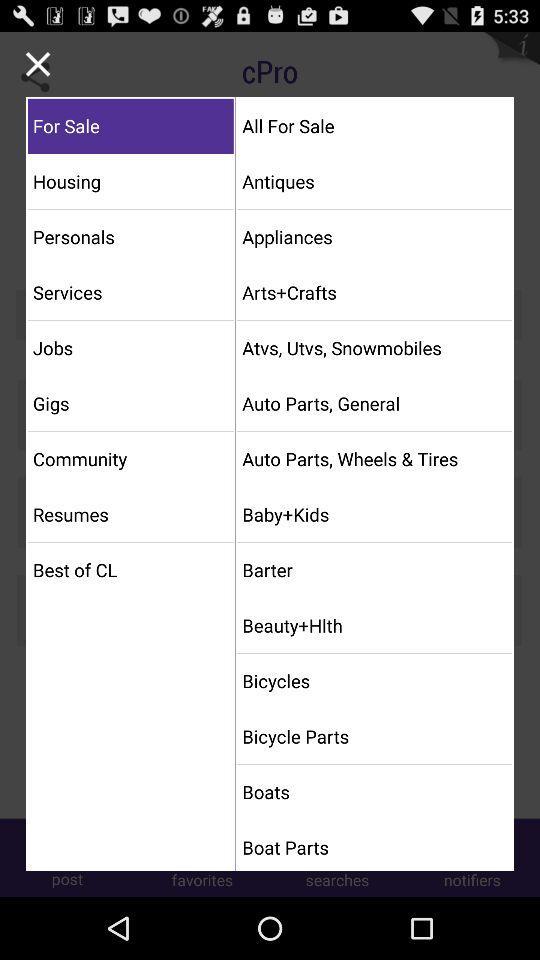 The width and height of the screenshot is (540, 960). What do you see at coordinates (374, 846) in the screenshot?
I see `boat parts` at bounding box center [374, 846].